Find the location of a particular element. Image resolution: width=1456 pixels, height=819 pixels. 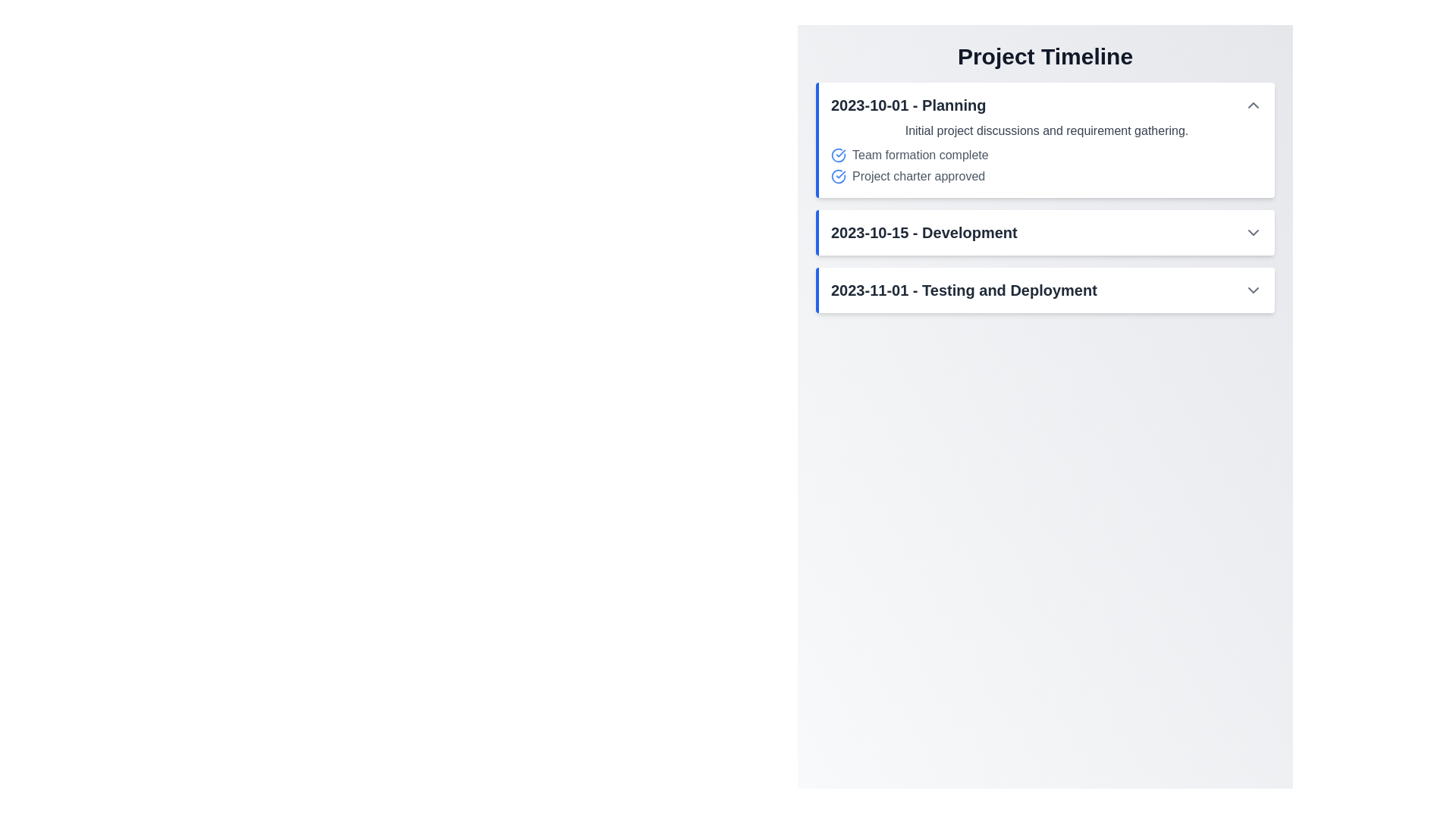

the circular blue checkmark icon indicating task progress, located to the left of the text 'Team formation complete' in the '2023-10-01 - Planning' section of the 'Project Timeline' is located at coordinates (837, 155).